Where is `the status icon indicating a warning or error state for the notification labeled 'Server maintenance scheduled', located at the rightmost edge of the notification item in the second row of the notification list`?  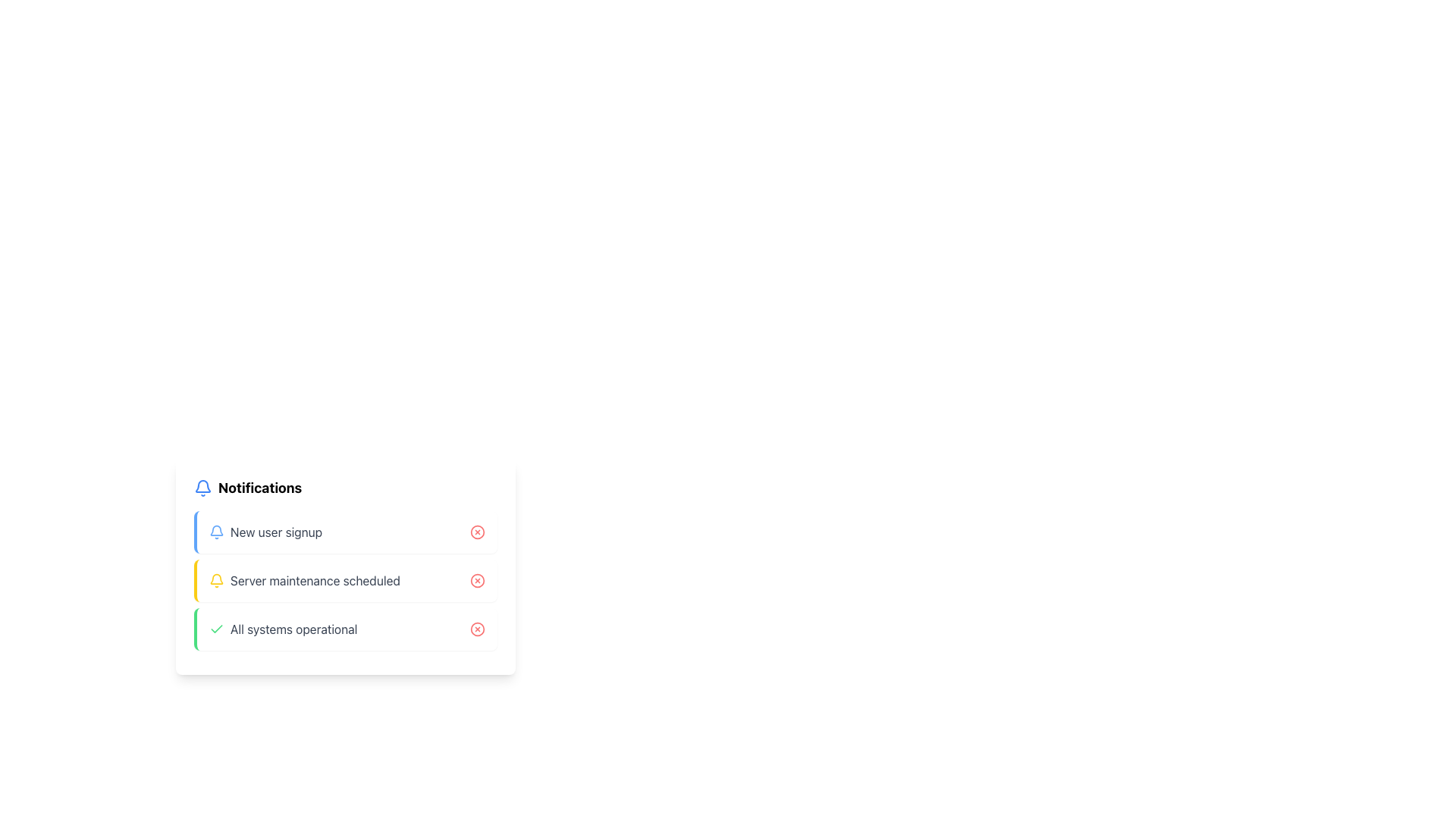 the status icon indicating a warning or error state for the notification labeled 'Server maintenance scheduled', located at the rightmost edge of the notification item in the second row of the notification list is located at coordinates (476, 580).